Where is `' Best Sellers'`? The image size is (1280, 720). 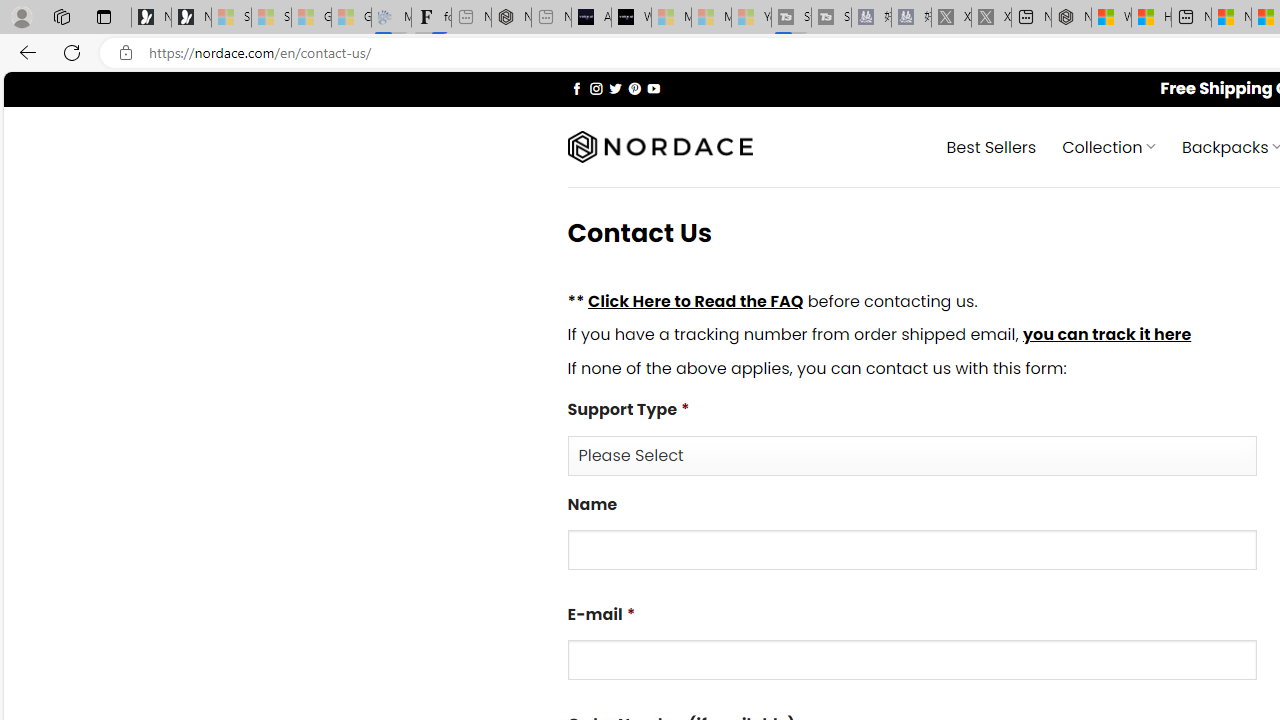 ' Best Sellers' is located at coordinates (991, 145).